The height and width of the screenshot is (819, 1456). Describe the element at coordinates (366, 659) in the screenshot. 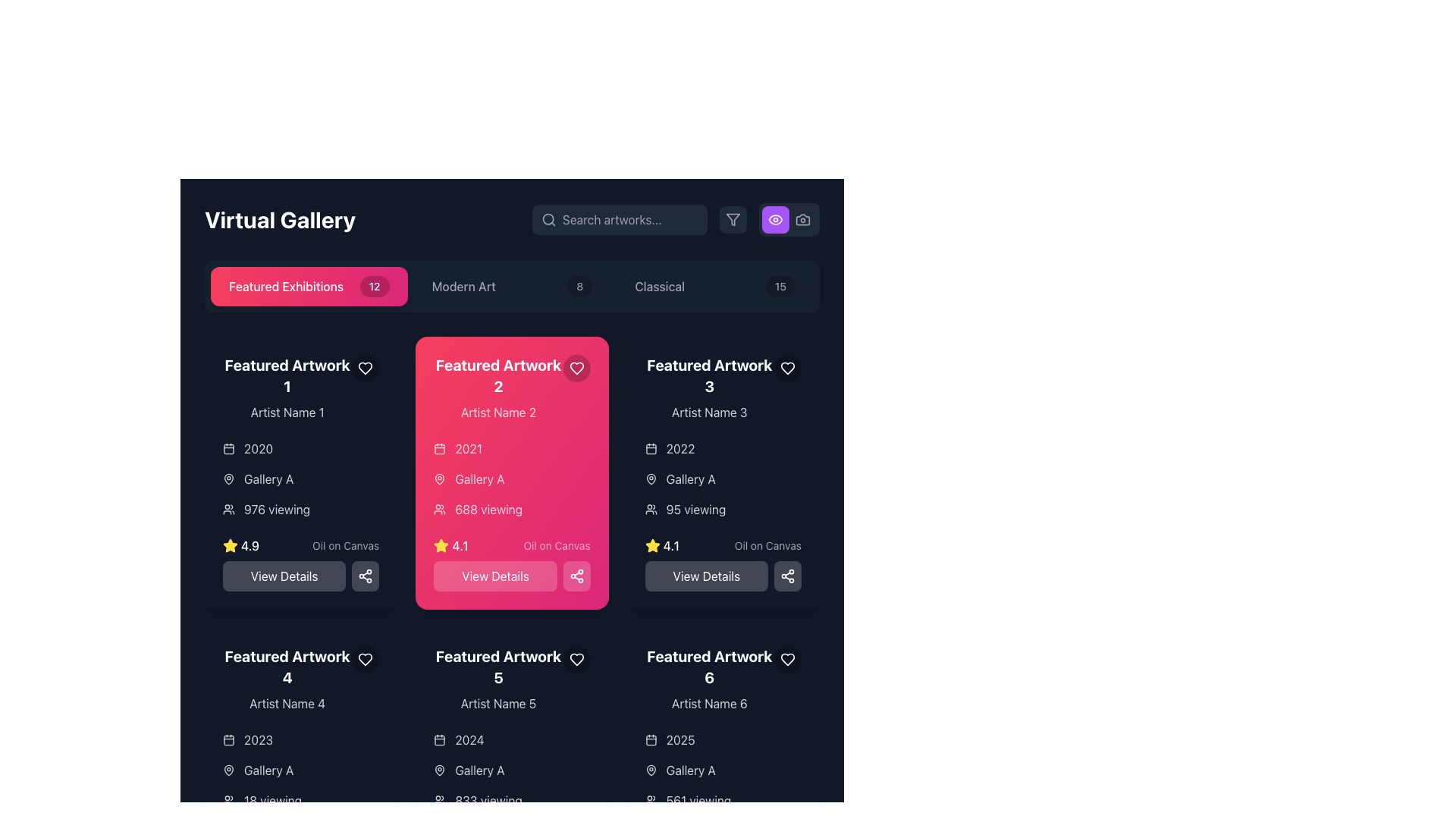

I see `the favorite icon located in the top-right corner of the 'Featured Artwork 4' card` at that location.